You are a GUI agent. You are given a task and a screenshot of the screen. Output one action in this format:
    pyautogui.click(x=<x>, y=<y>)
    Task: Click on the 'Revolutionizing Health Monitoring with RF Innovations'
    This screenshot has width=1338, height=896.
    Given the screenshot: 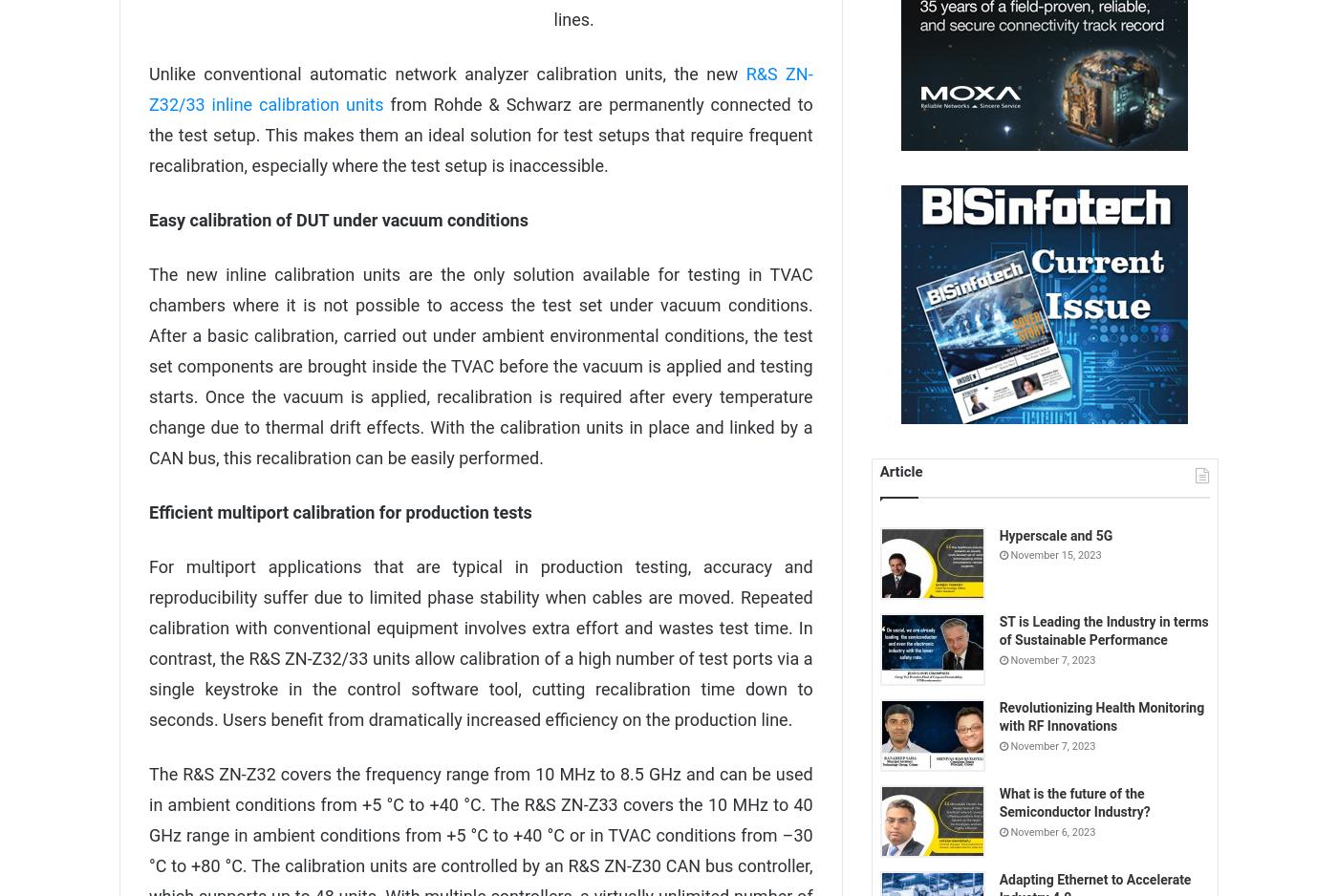 What is the action you would take?
    pyautogui.click(x=1101, y=716)
    